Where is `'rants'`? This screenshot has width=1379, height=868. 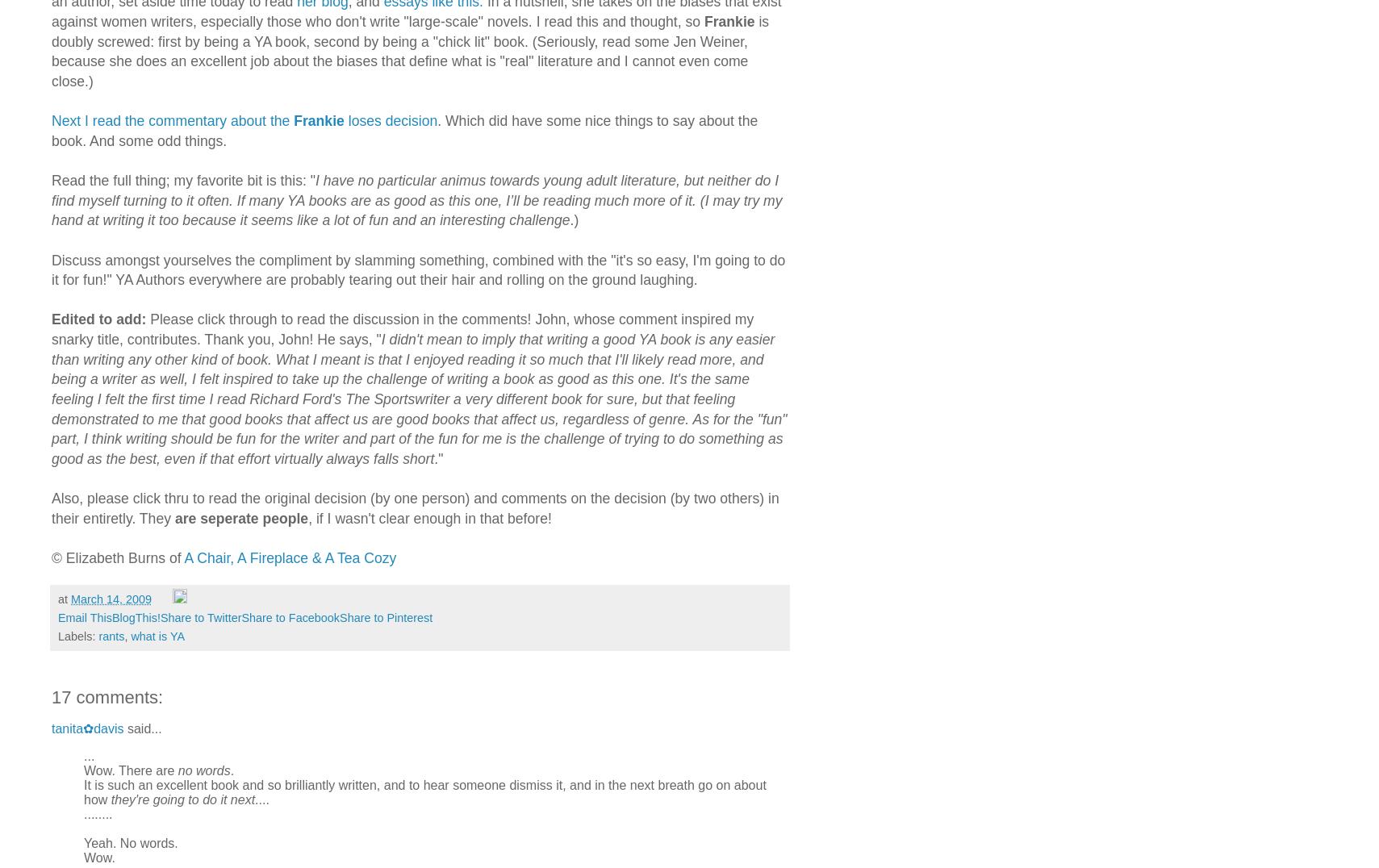 'rants' is located at coordinates (110, 635).